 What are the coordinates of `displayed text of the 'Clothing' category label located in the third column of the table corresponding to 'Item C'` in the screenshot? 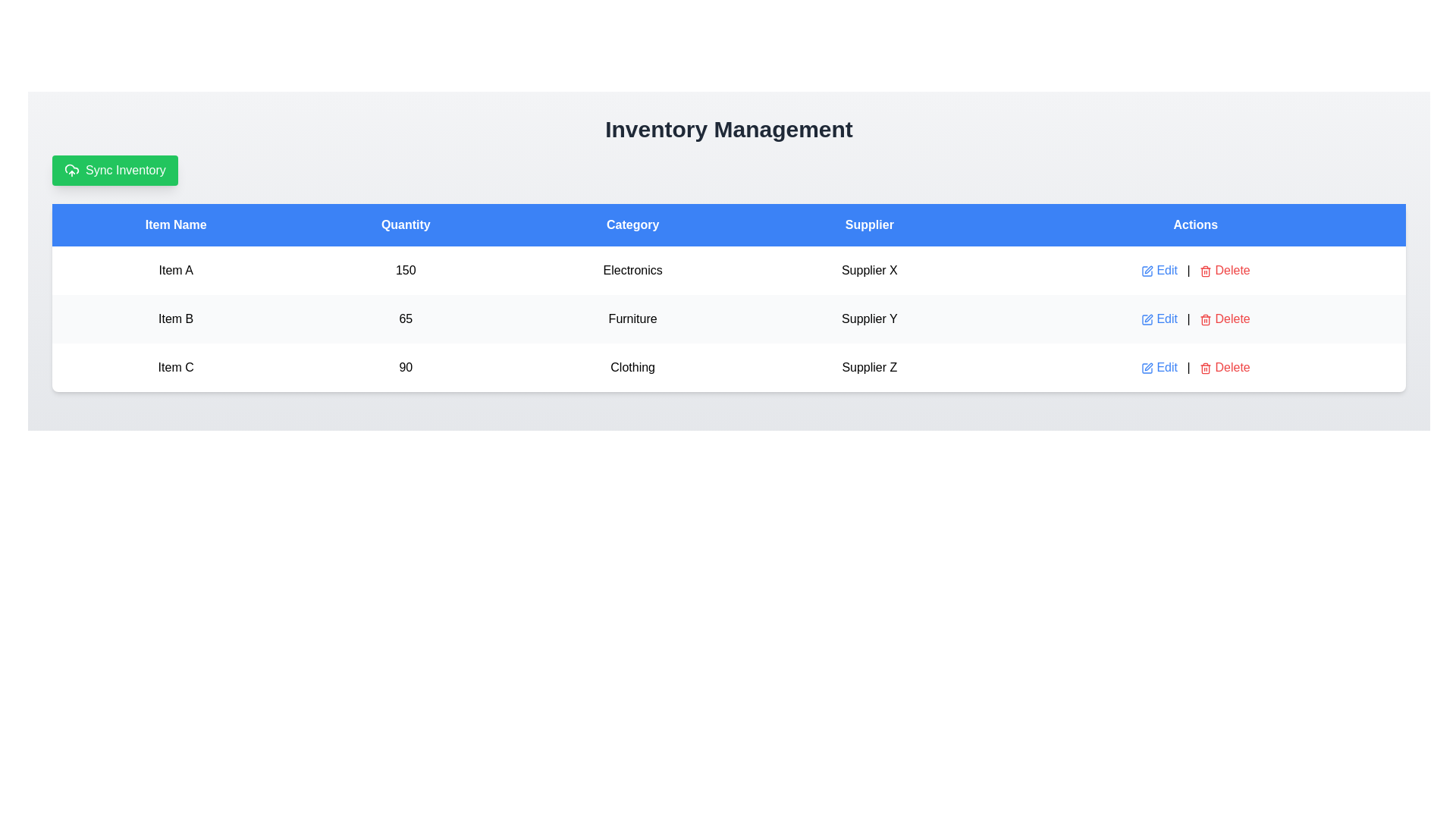 It's located at (632, 368).